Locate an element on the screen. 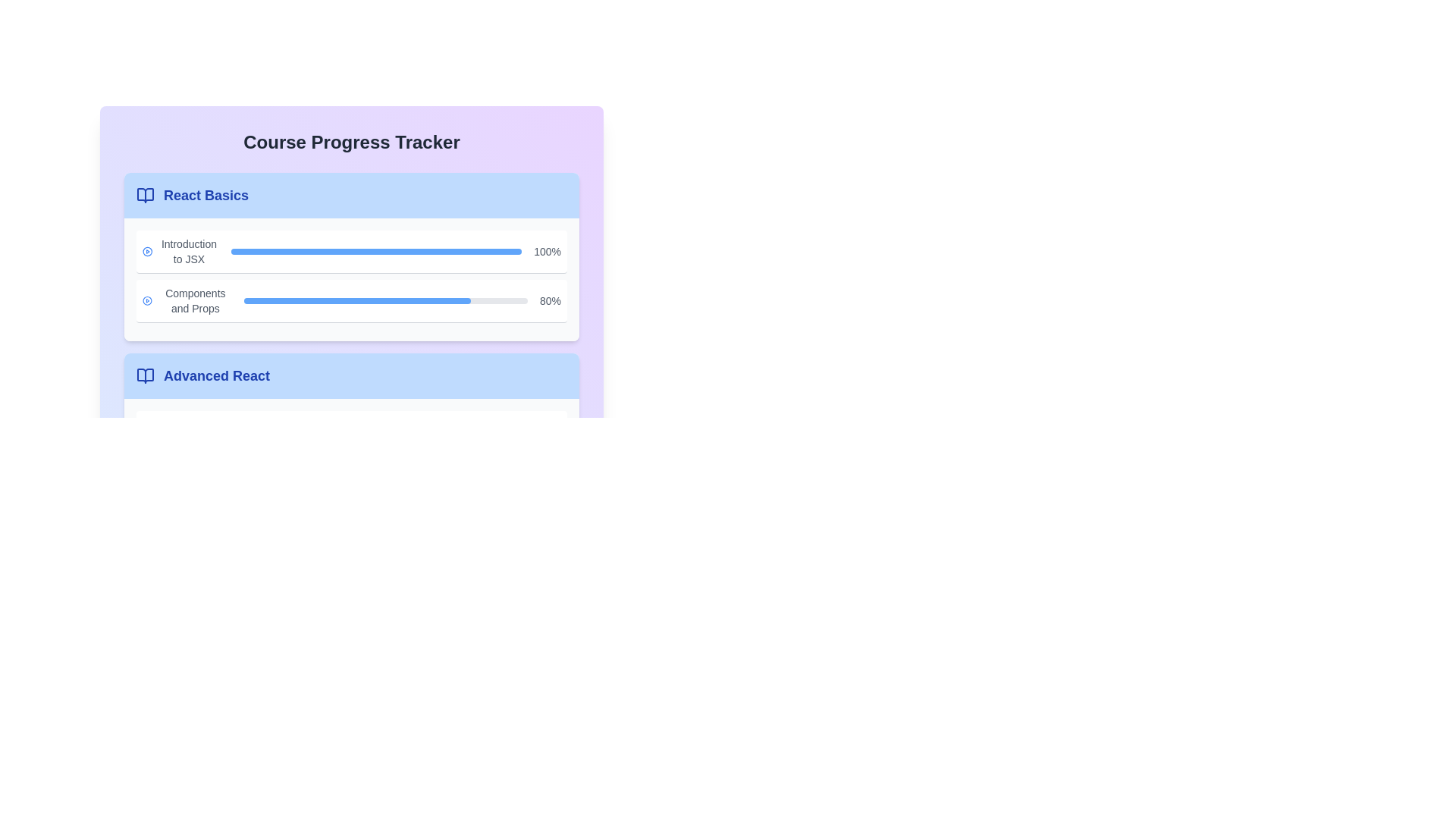 This screenshot has height=819, width=1456. displayed progress percentage (100%) on the Text label located in the top-right corner of the card section for the 'Introduction to JSX' task, which is positioned to the right of the progress bar is located at coordinates (547, 250).